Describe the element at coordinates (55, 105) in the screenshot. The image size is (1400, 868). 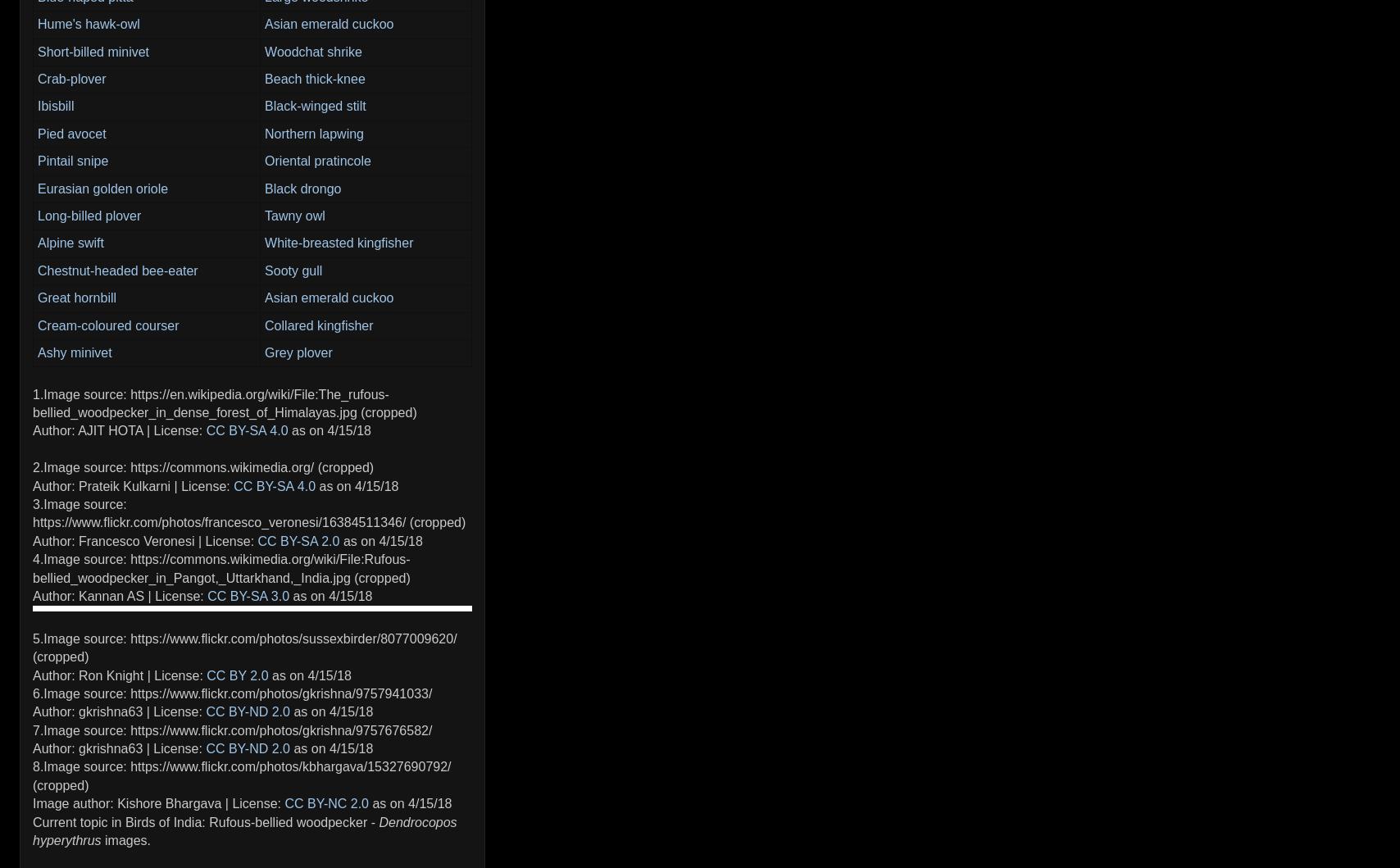
I see `'Ibisbill'` at that location.